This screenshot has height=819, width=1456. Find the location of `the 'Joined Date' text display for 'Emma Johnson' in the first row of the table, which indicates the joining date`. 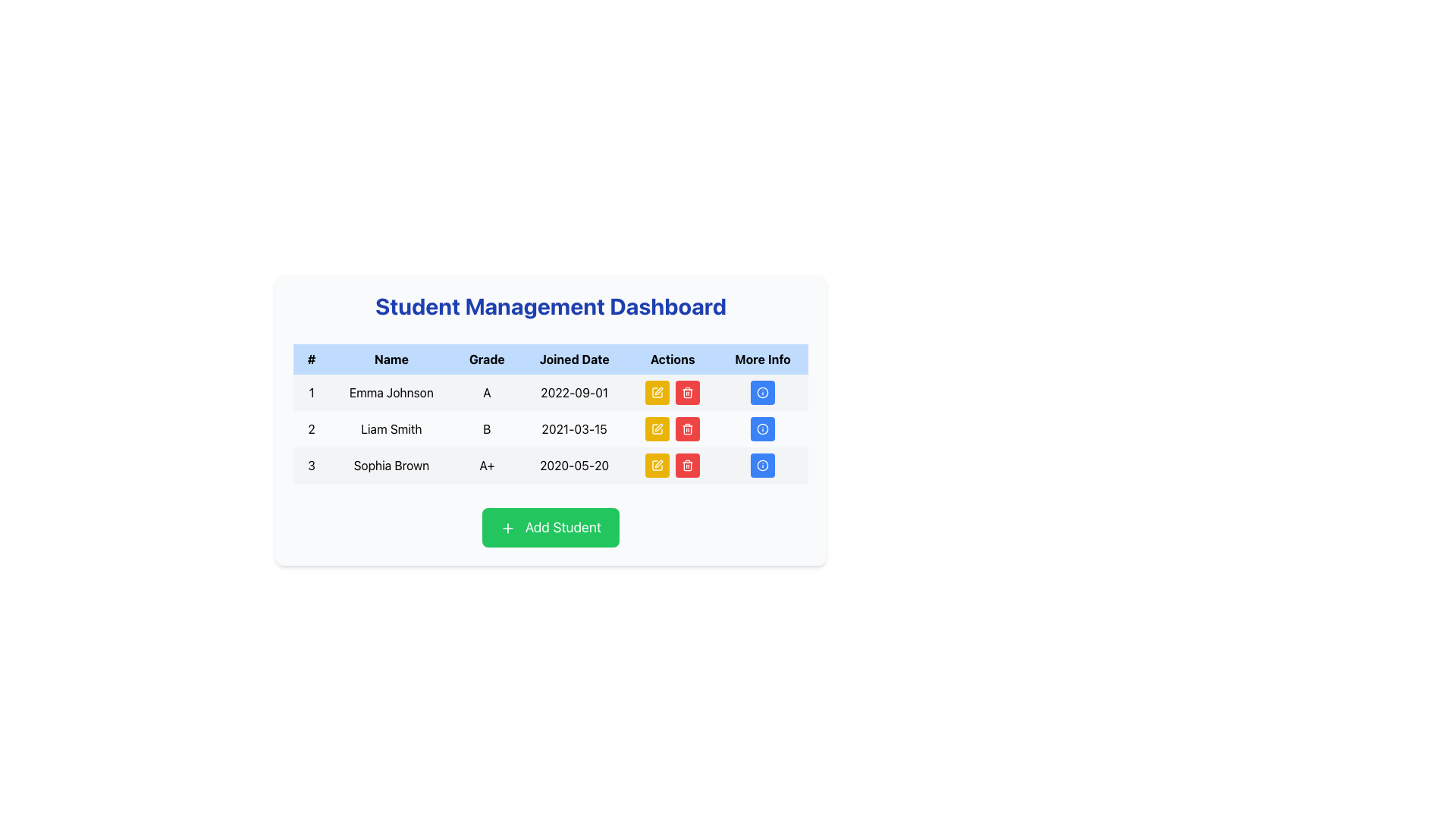

the 'Joined Date' text display for 'Emma Johnson' in the first row of the table, which indicates the joining date is located at coordinates (573, 391).